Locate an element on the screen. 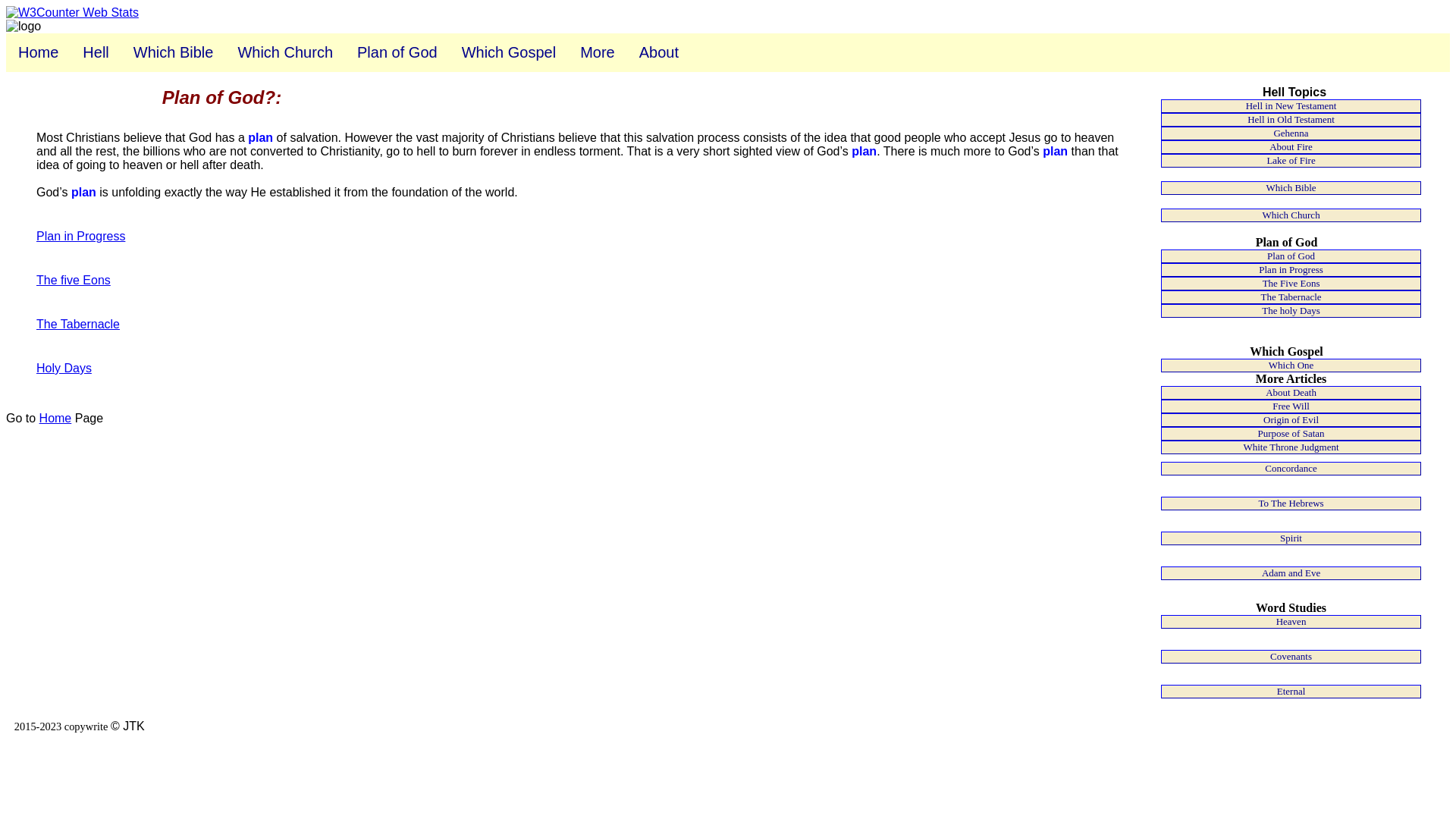 This screenshot has height=819, width=1456. 'Free Will' is located at coordinates (1290, 406).